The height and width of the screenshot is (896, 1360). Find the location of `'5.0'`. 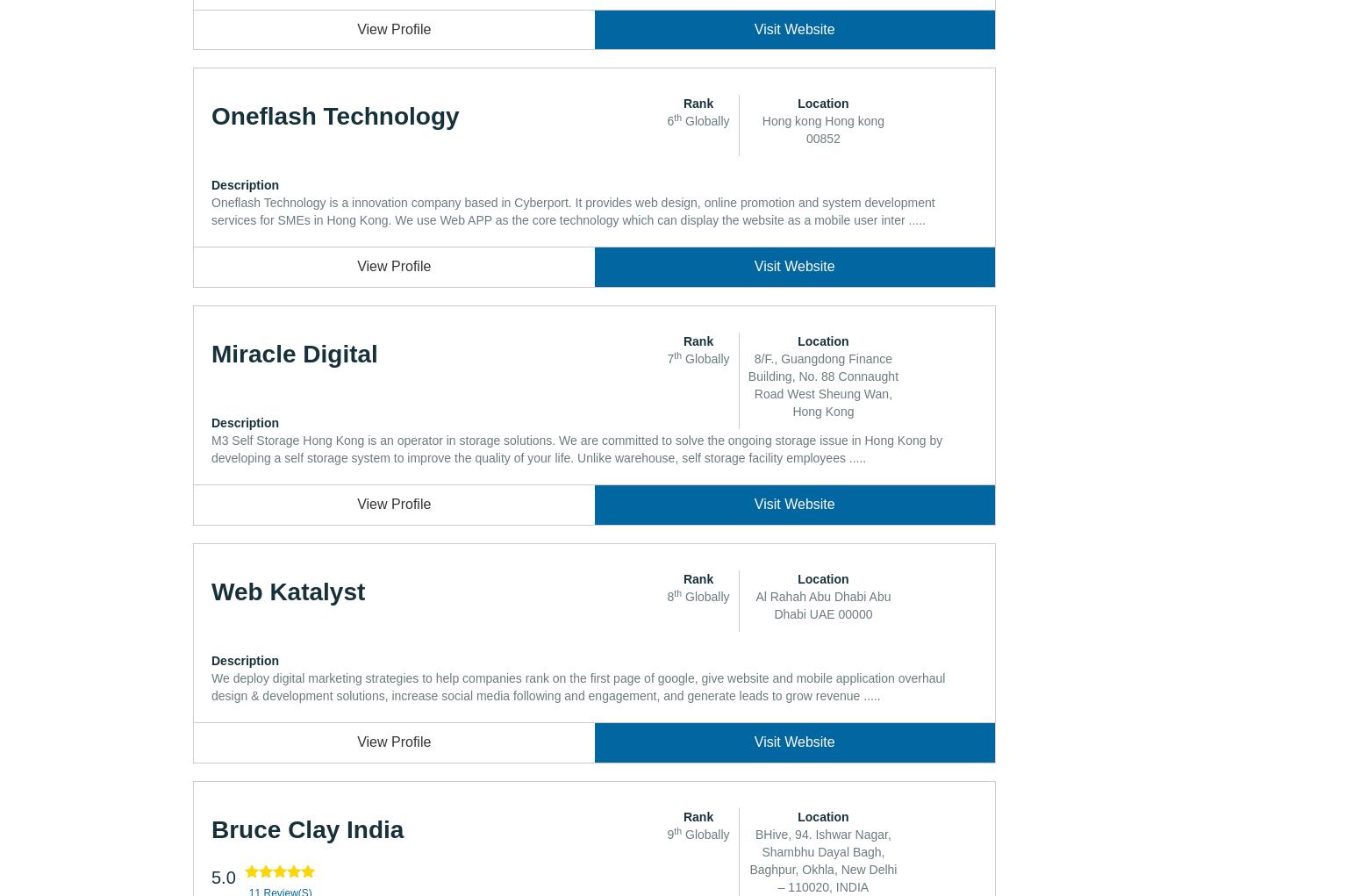

'5.0' is located at coordinates (223, 877).